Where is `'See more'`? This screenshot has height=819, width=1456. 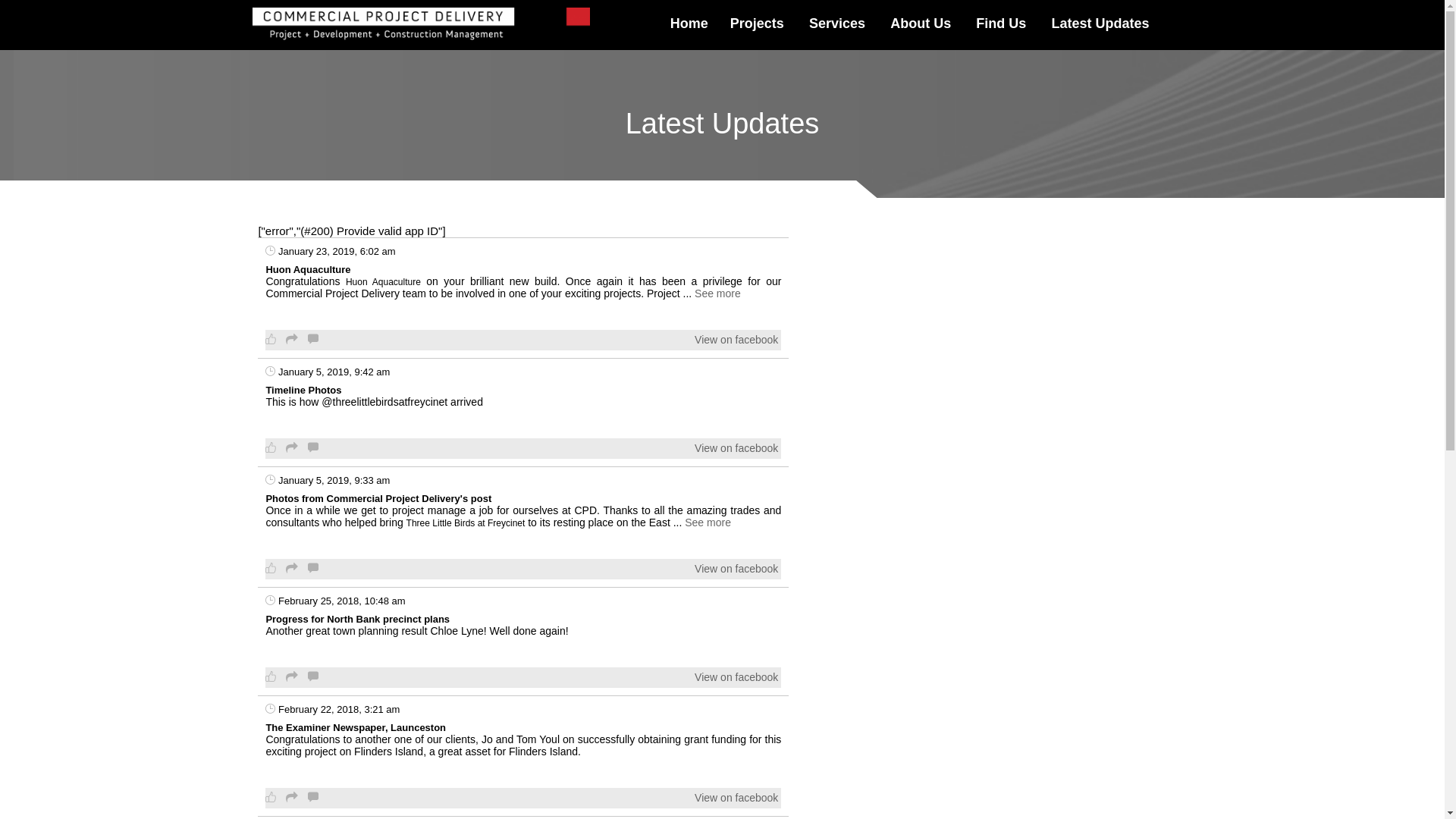 'See more' is located at coordinates (717, 293).